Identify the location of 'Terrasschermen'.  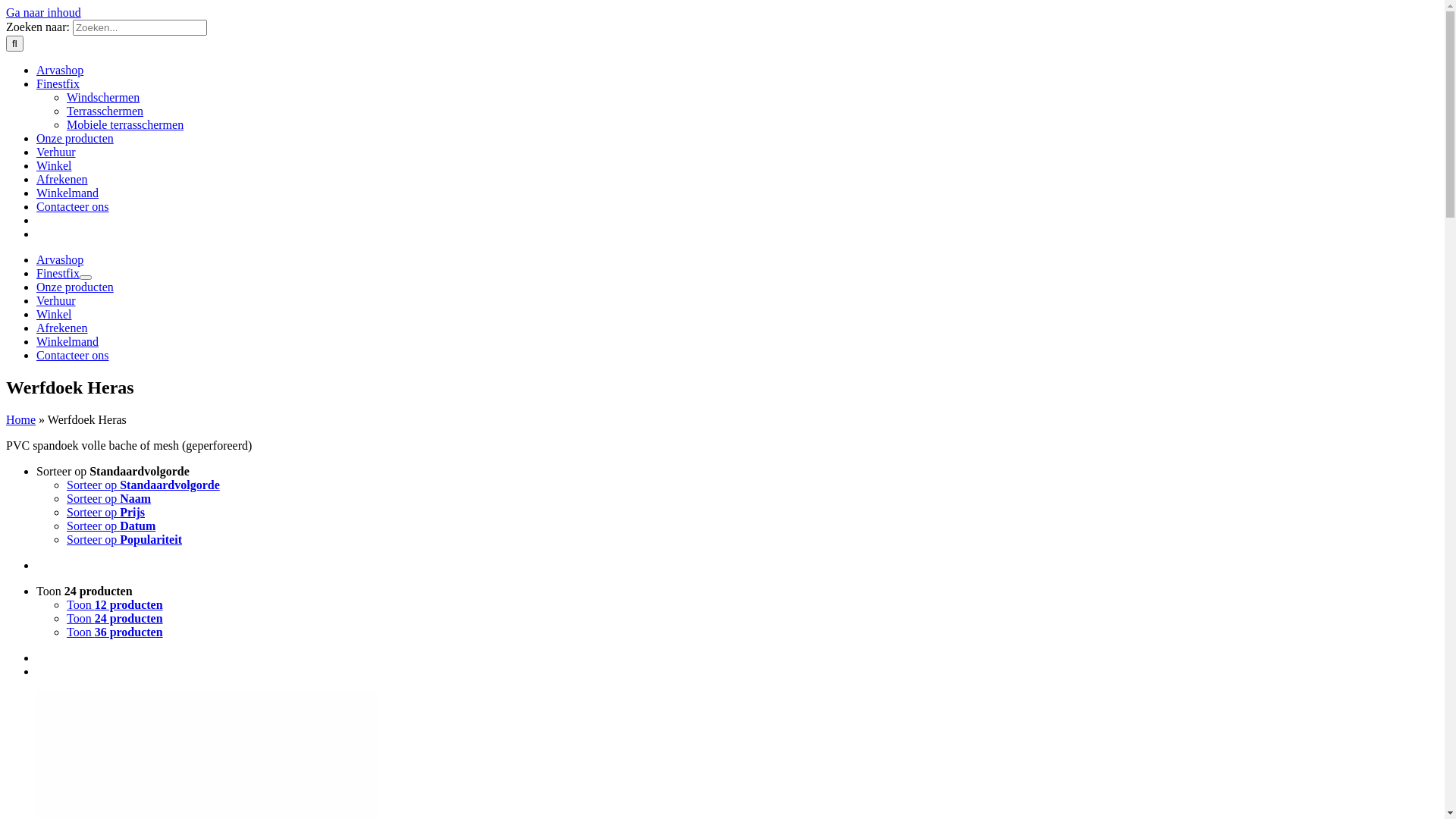
(104, 110).